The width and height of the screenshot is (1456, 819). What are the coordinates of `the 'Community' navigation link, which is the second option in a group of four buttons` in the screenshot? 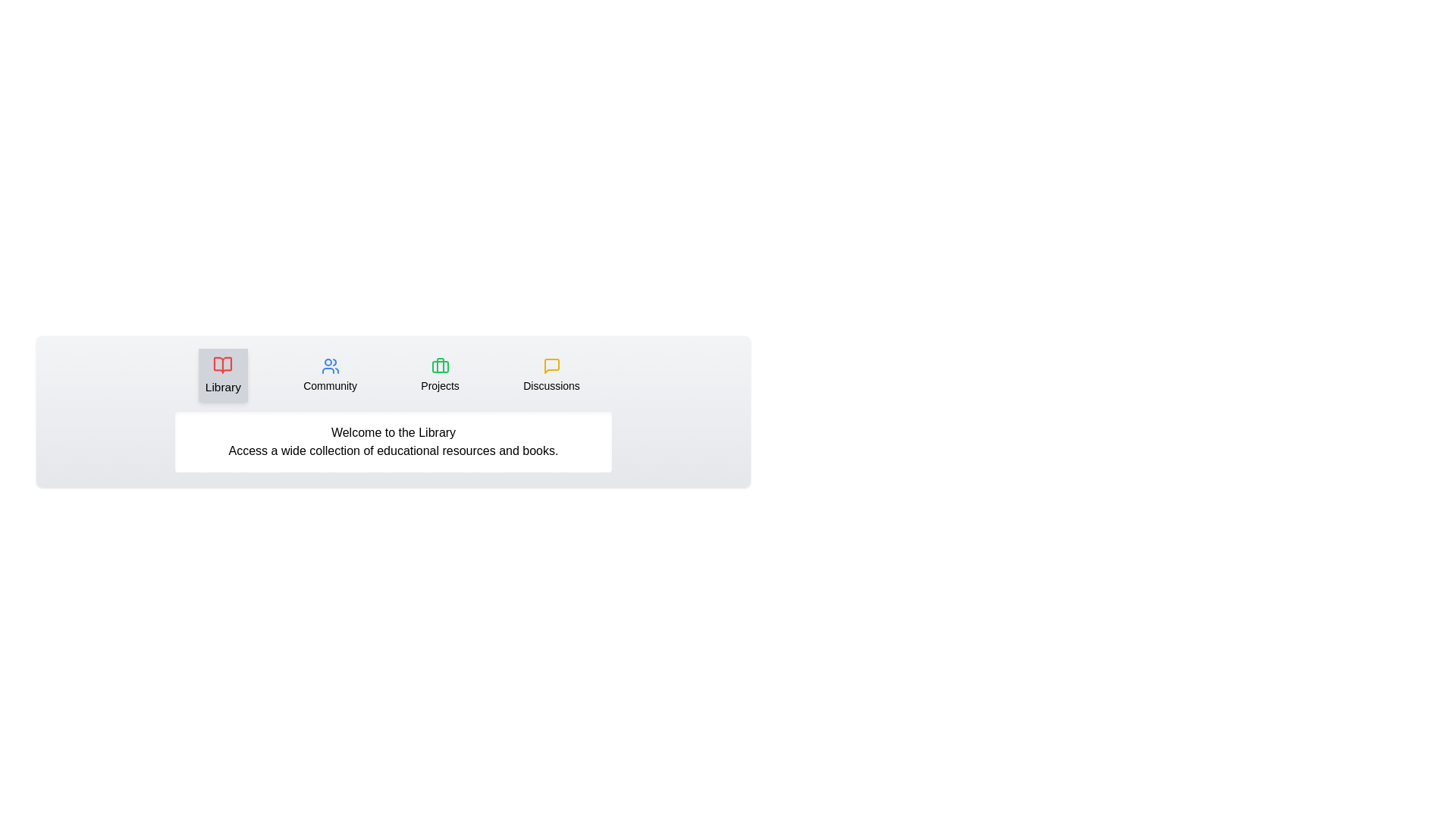 It's located at (329, 375).